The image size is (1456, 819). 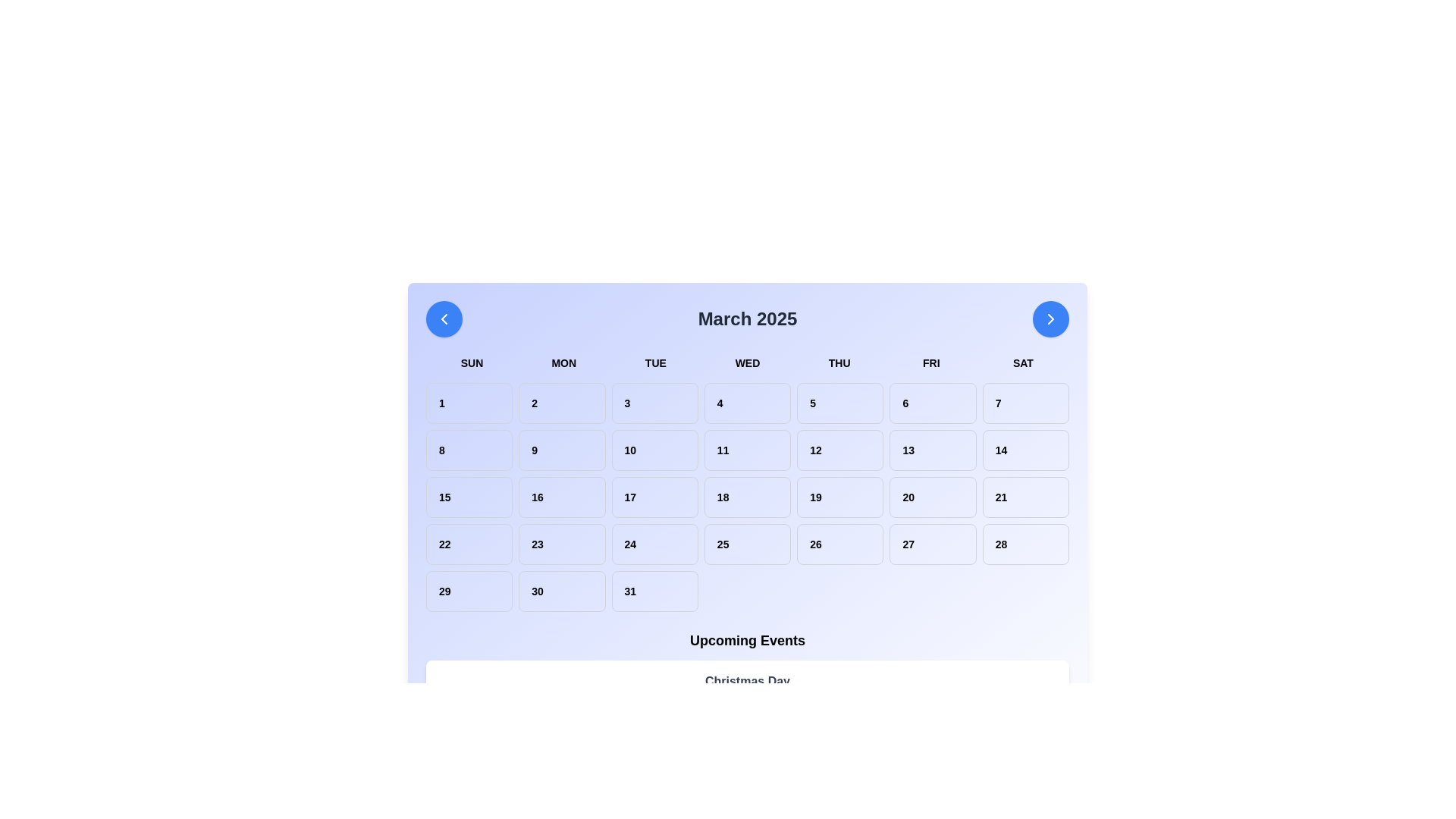 What do you see at coordinates (747, 680) in the screenshot?
I see `the 'Christmas Day' text label, which serves as the title of an event located in a card structure under 'Upcoming Events'` at bounding box center [747, 680].